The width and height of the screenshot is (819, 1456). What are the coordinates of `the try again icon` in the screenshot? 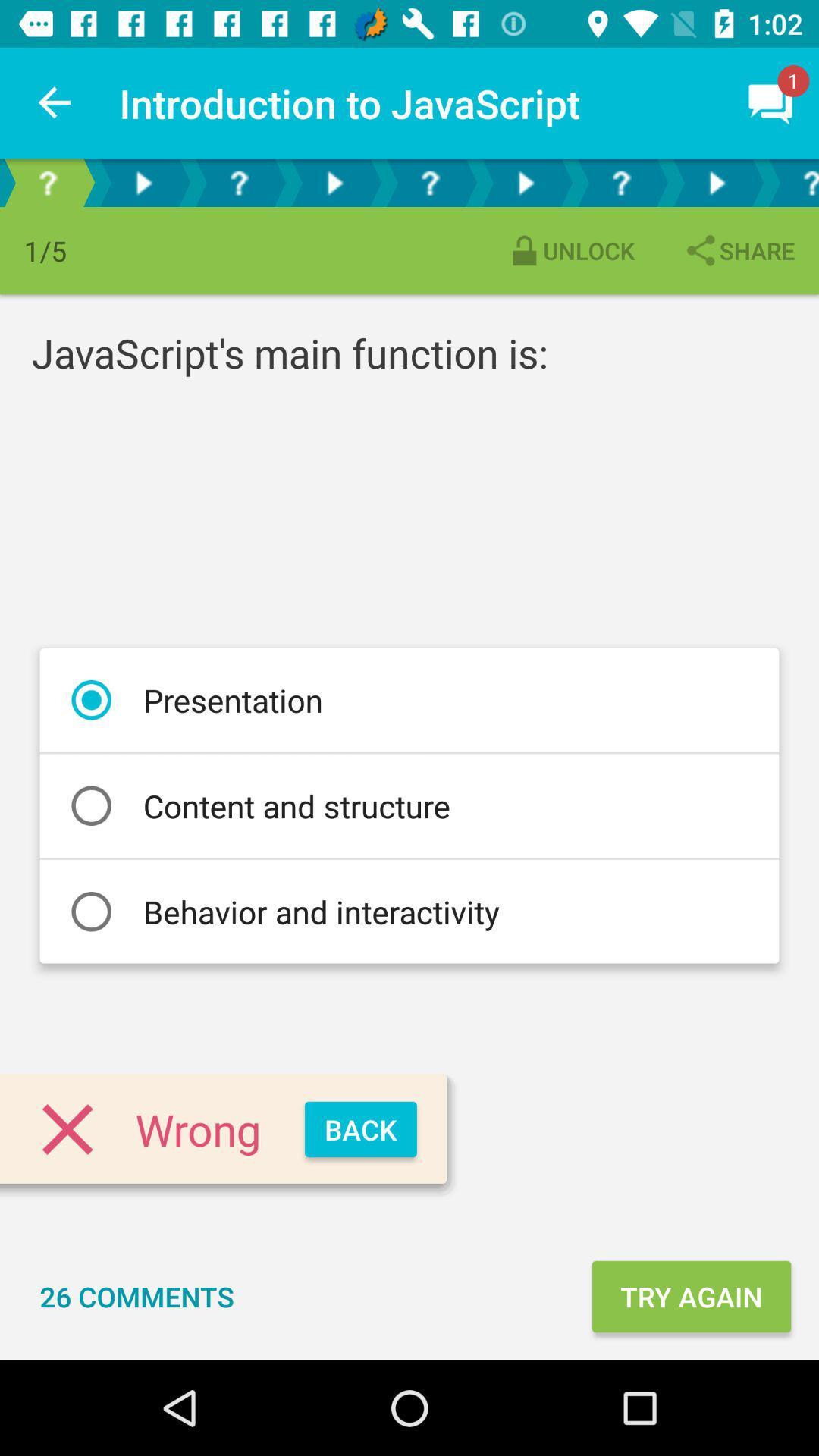 It's located at (691, 1295).